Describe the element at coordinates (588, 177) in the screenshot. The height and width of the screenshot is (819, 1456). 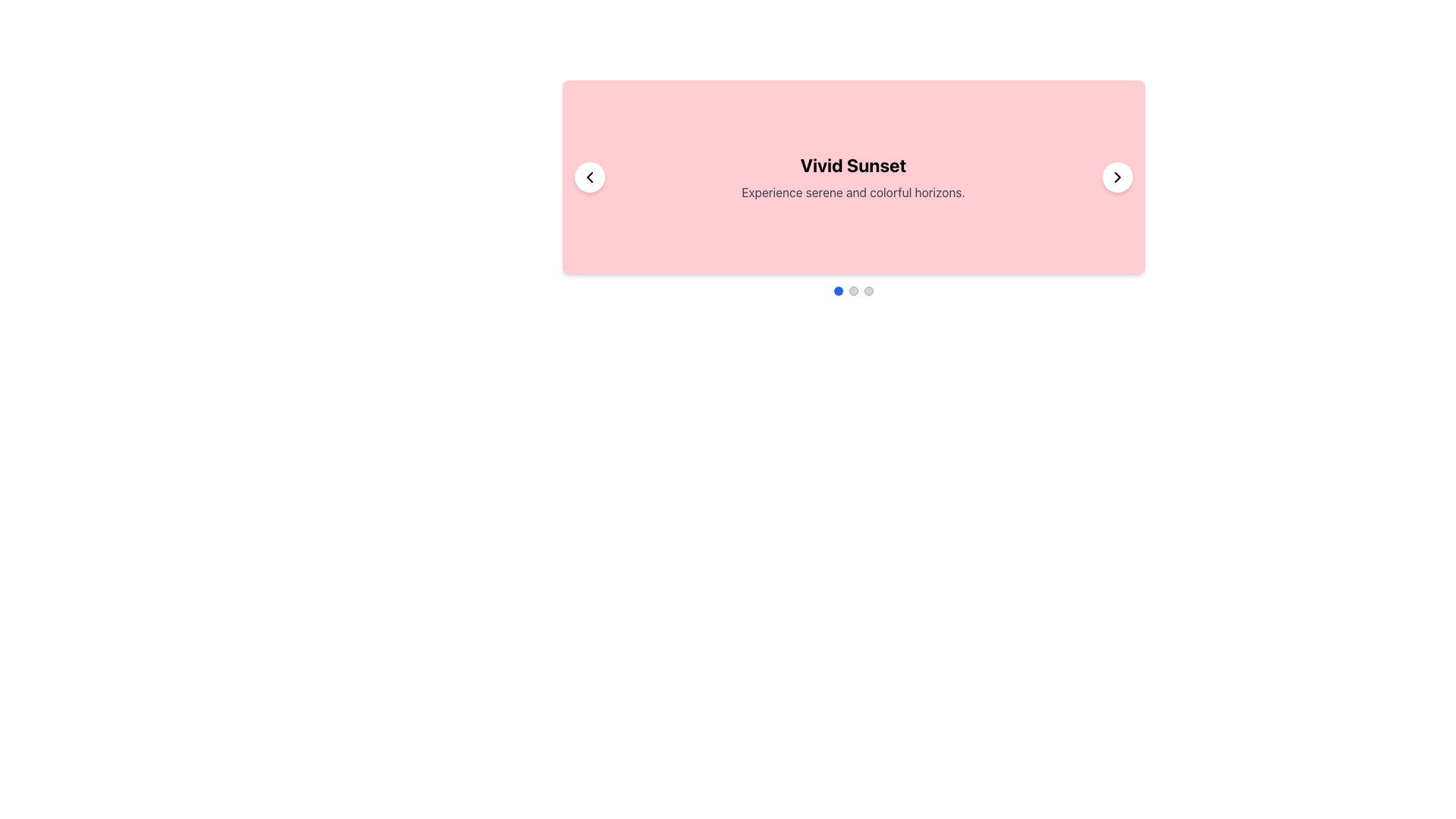
I see `the leftwards-pointing thin arrow within the circular button on the left side of the pink card layout` at that location.